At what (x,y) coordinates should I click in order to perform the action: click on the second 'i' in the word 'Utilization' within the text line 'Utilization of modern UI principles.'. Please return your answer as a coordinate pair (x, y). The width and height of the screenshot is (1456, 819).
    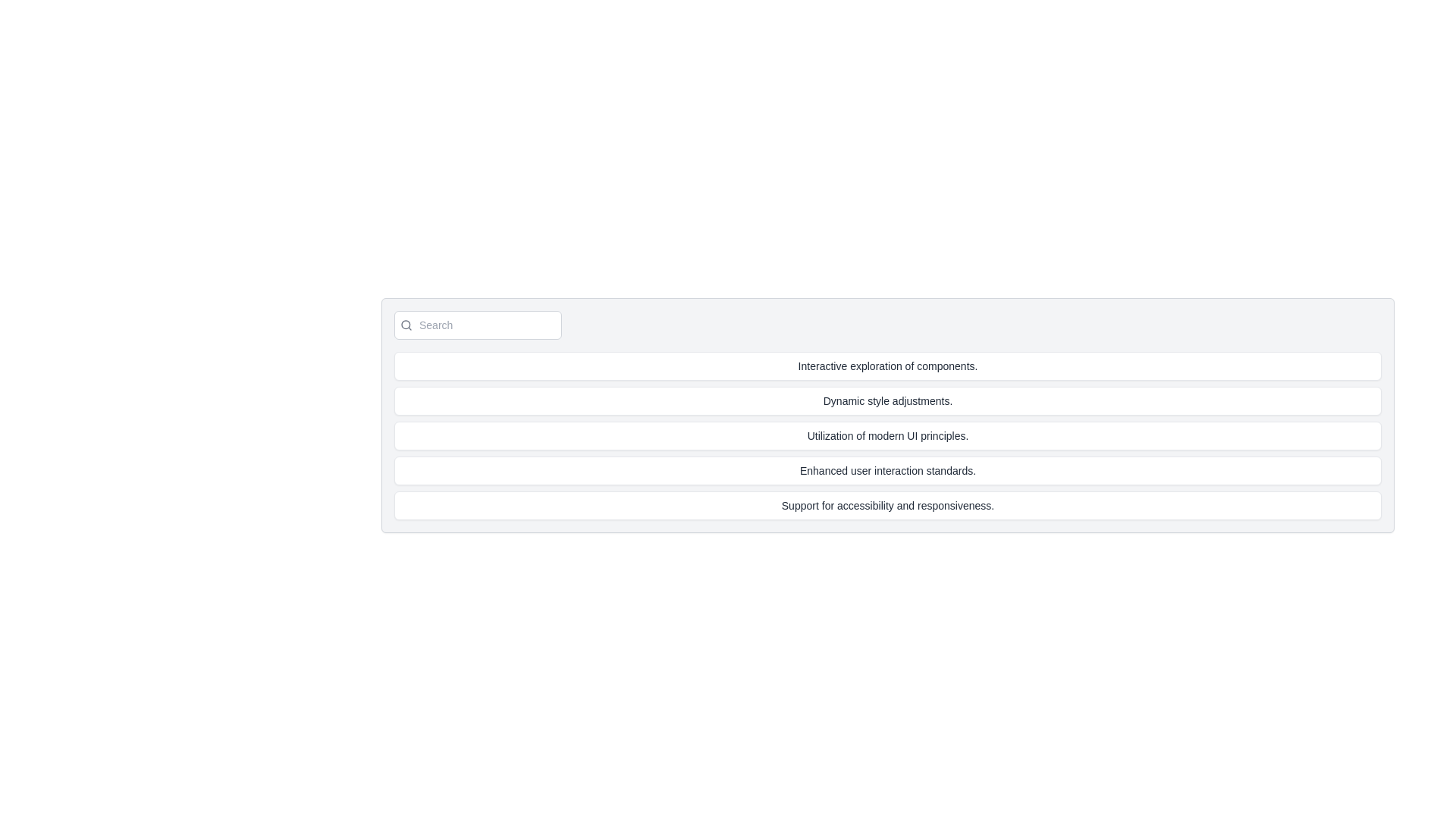
    Looking at the image, I should click on (823, 435).